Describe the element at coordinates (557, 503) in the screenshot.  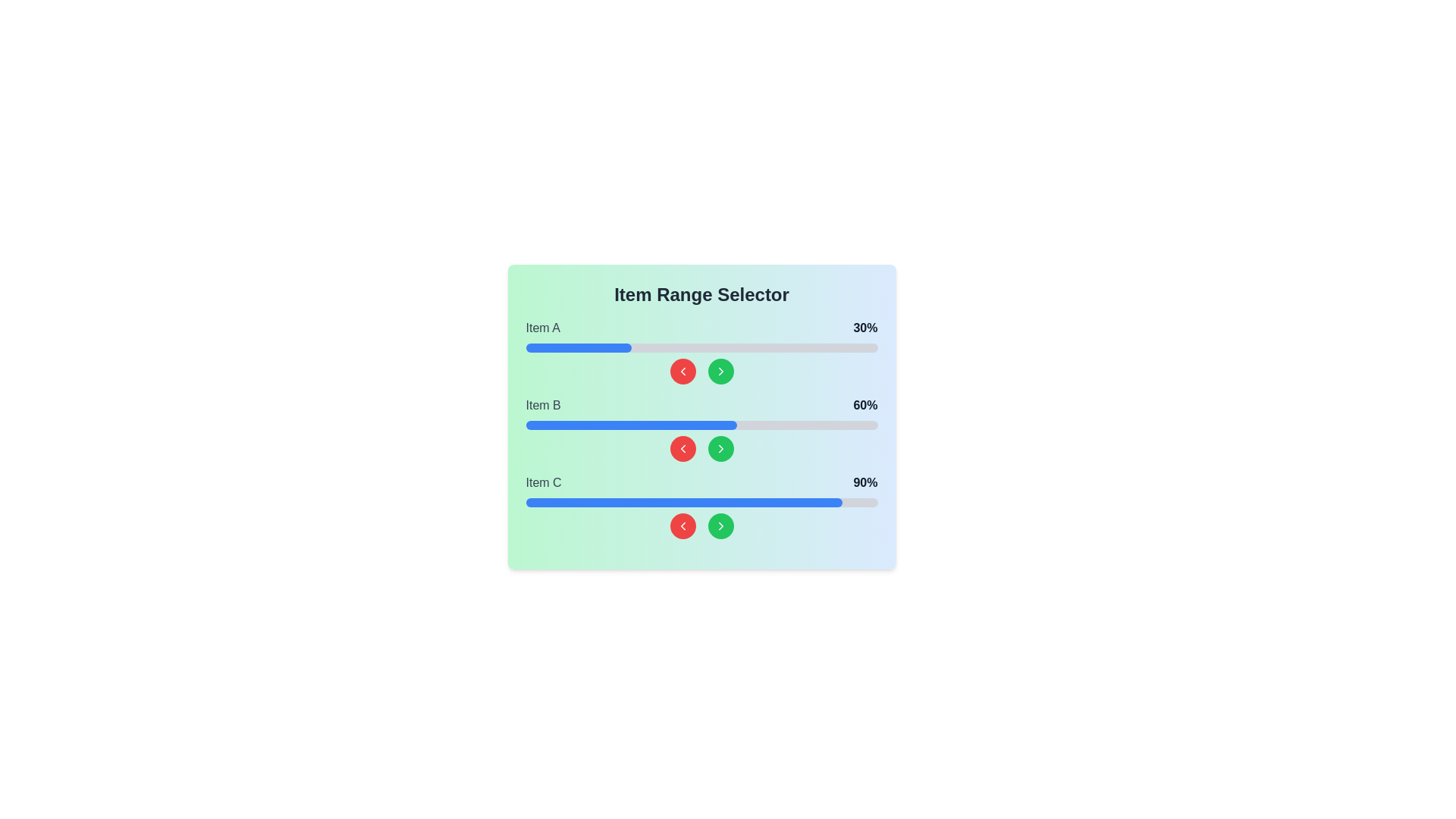
I see `the value of Item C slider` at that location.